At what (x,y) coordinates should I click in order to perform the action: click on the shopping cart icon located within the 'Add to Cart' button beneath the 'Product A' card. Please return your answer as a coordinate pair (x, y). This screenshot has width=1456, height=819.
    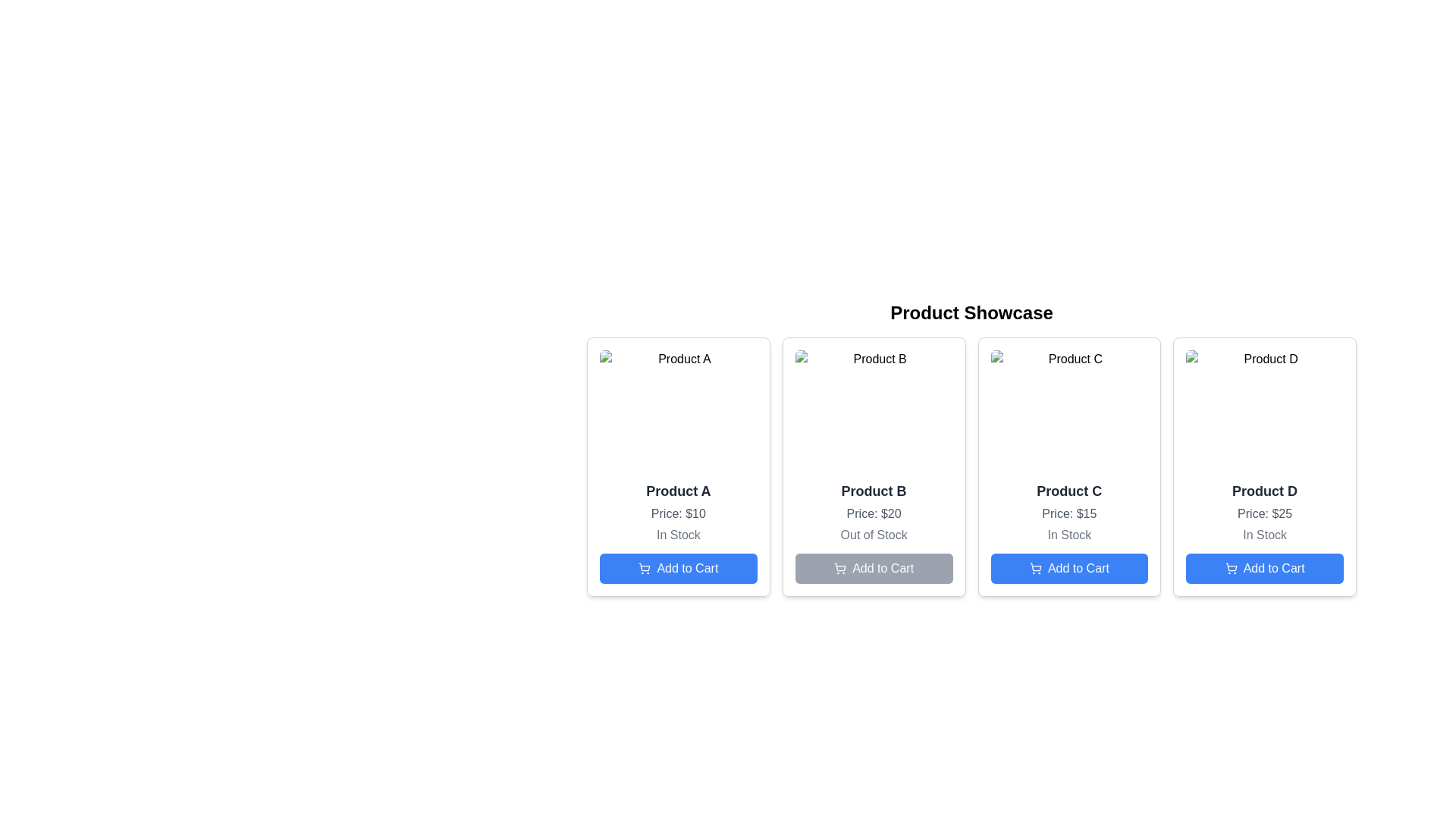
    Looking at the image, I should click on (645, 567).